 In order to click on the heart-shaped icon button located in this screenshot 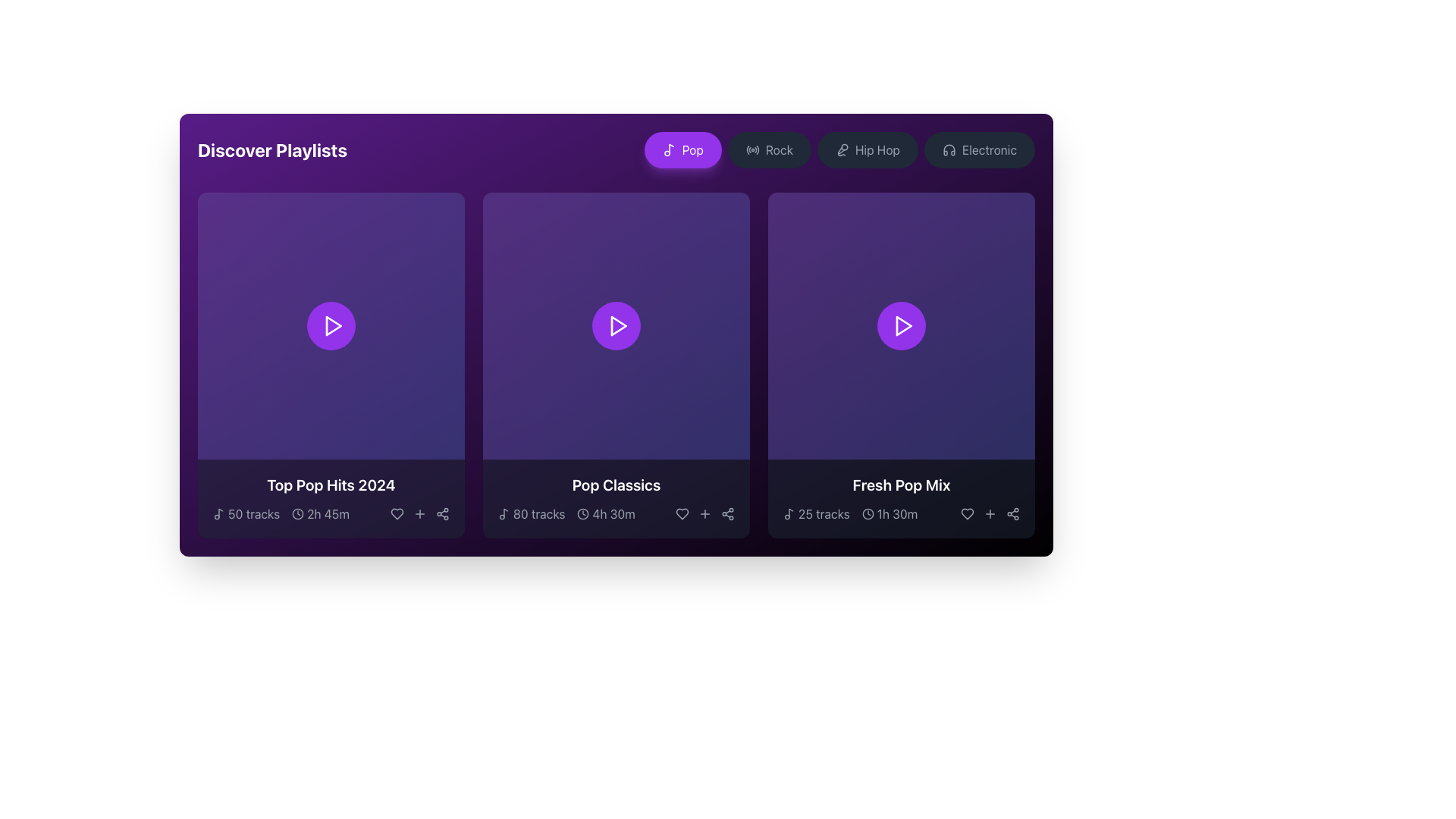, I will do `click(967, 513)`.